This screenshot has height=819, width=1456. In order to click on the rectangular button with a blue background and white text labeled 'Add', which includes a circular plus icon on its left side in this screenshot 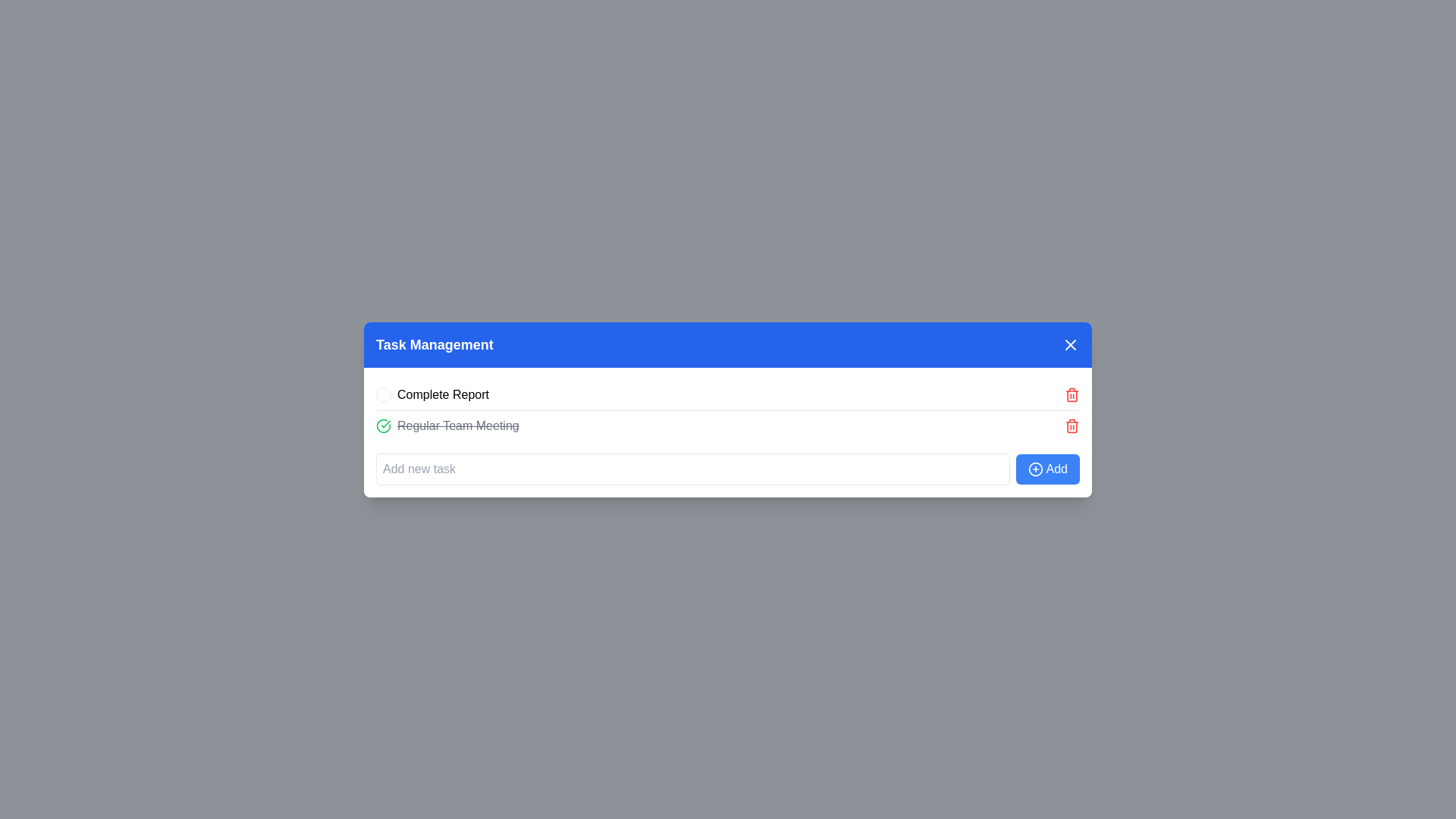, I will do `click(1046, 468)`.